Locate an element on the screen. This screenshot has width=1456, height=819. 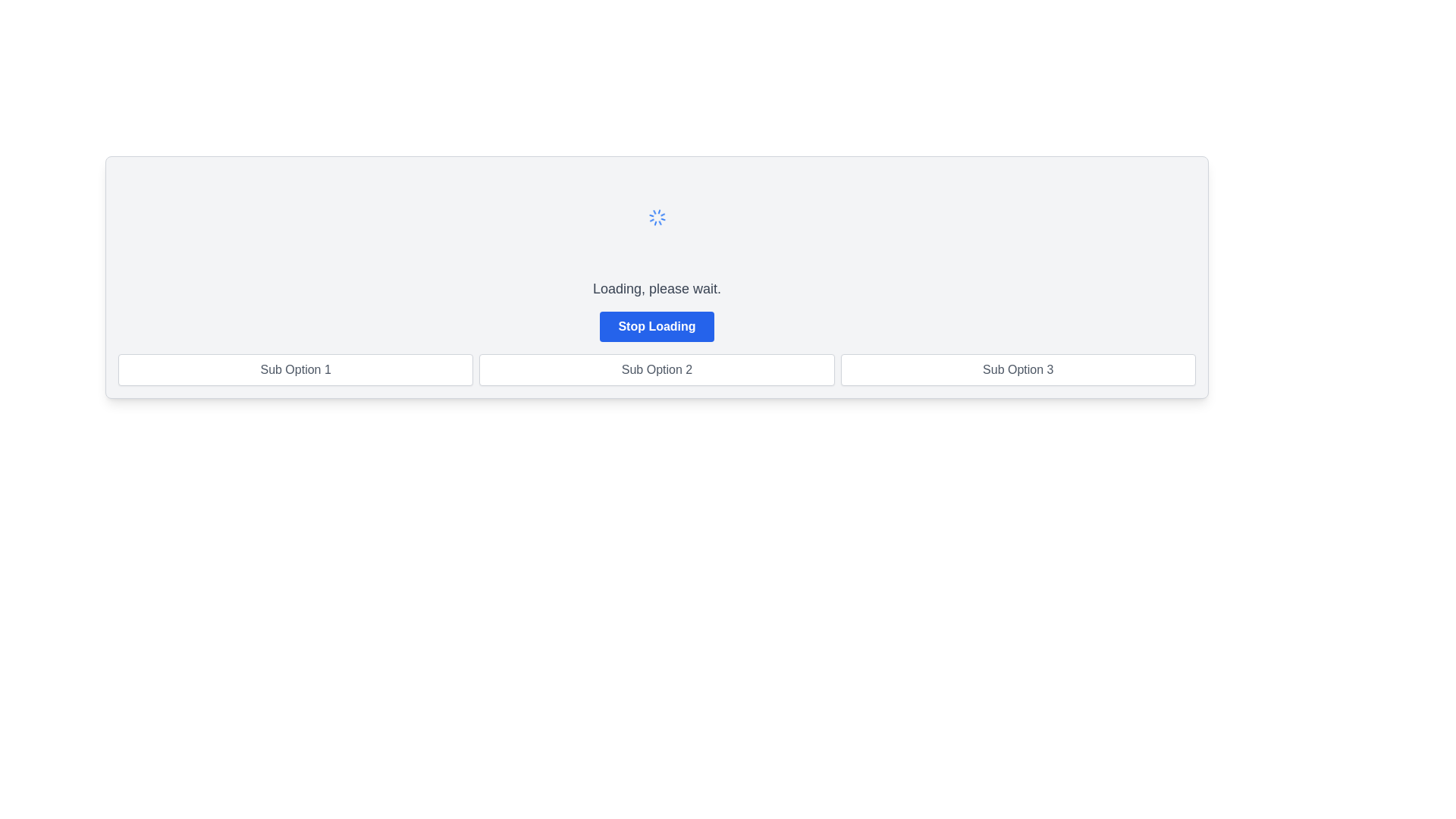
the static display element labeled 'Sub Option 1', which is the left-most button among three options positioned in the lower center area of the interface is located at coordinates (296, 370).